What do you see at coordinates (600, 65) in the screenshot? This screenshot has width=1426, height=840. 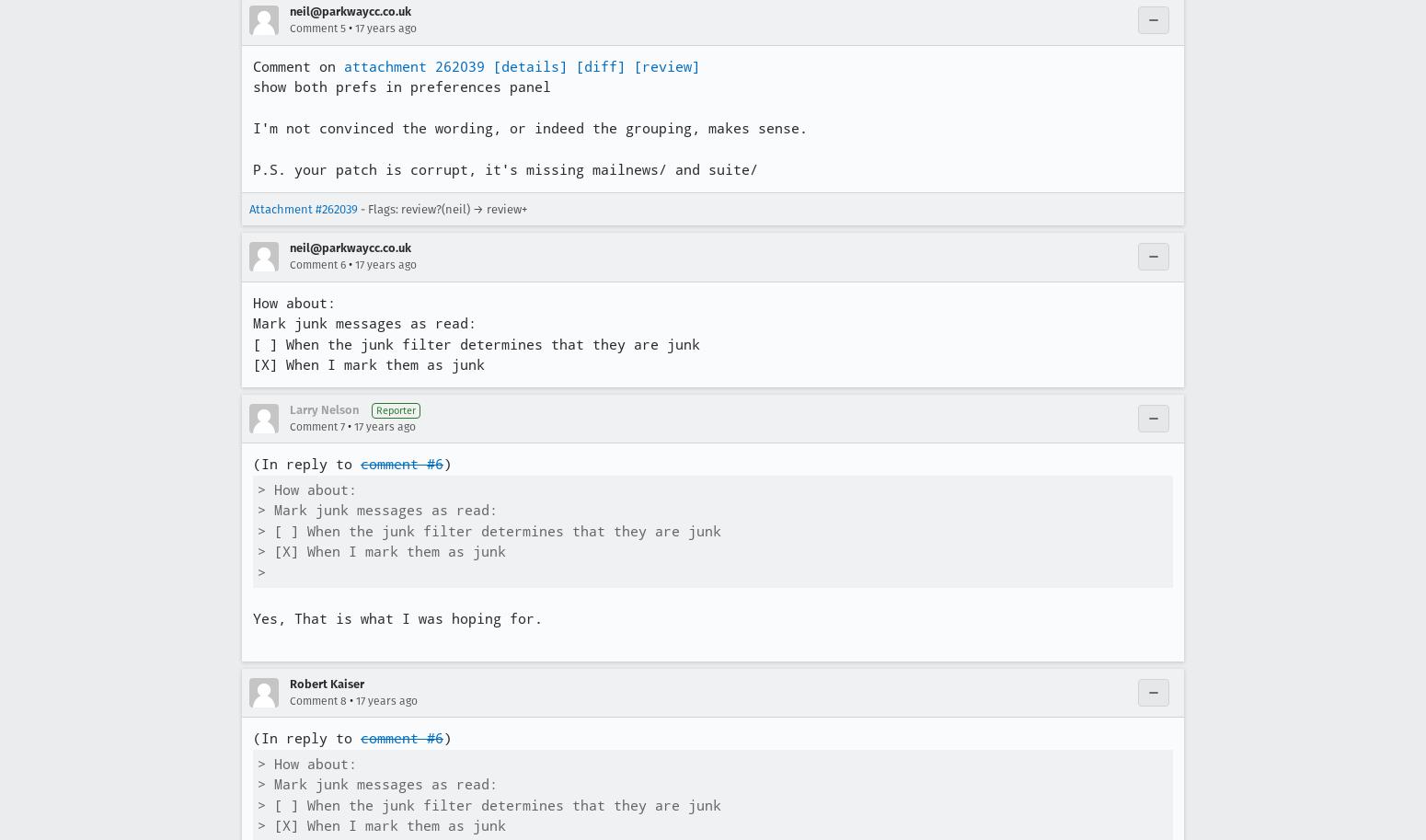 I see `'[diff]'` at bounding box center [600, 65].